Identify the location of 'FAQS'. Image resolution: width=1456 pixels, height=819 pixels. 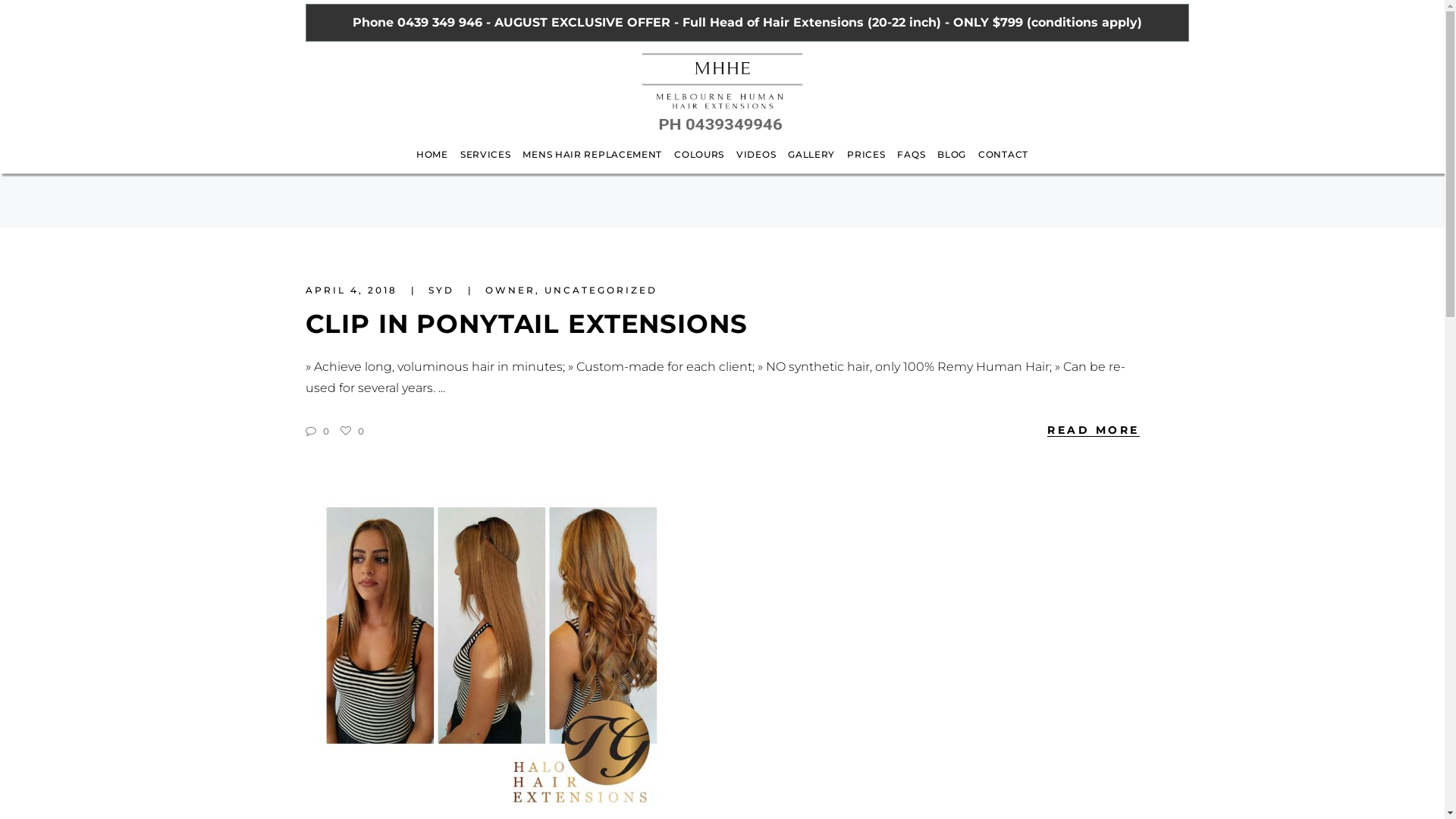
(891, 164).